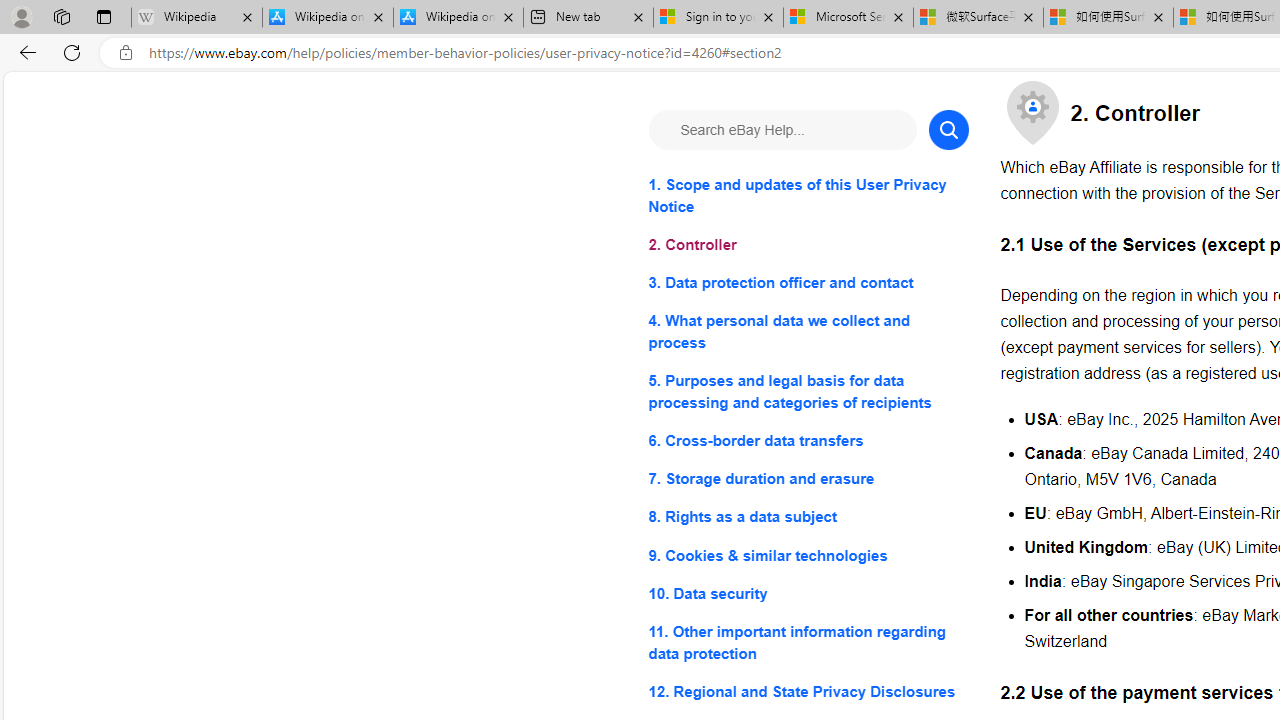 This screenshot has width=1280, height=720. What do you see at coordinates (808, 516) in the screenshot?
I see `'8. Rights as a data subject'` at bounding box center [808, 516].